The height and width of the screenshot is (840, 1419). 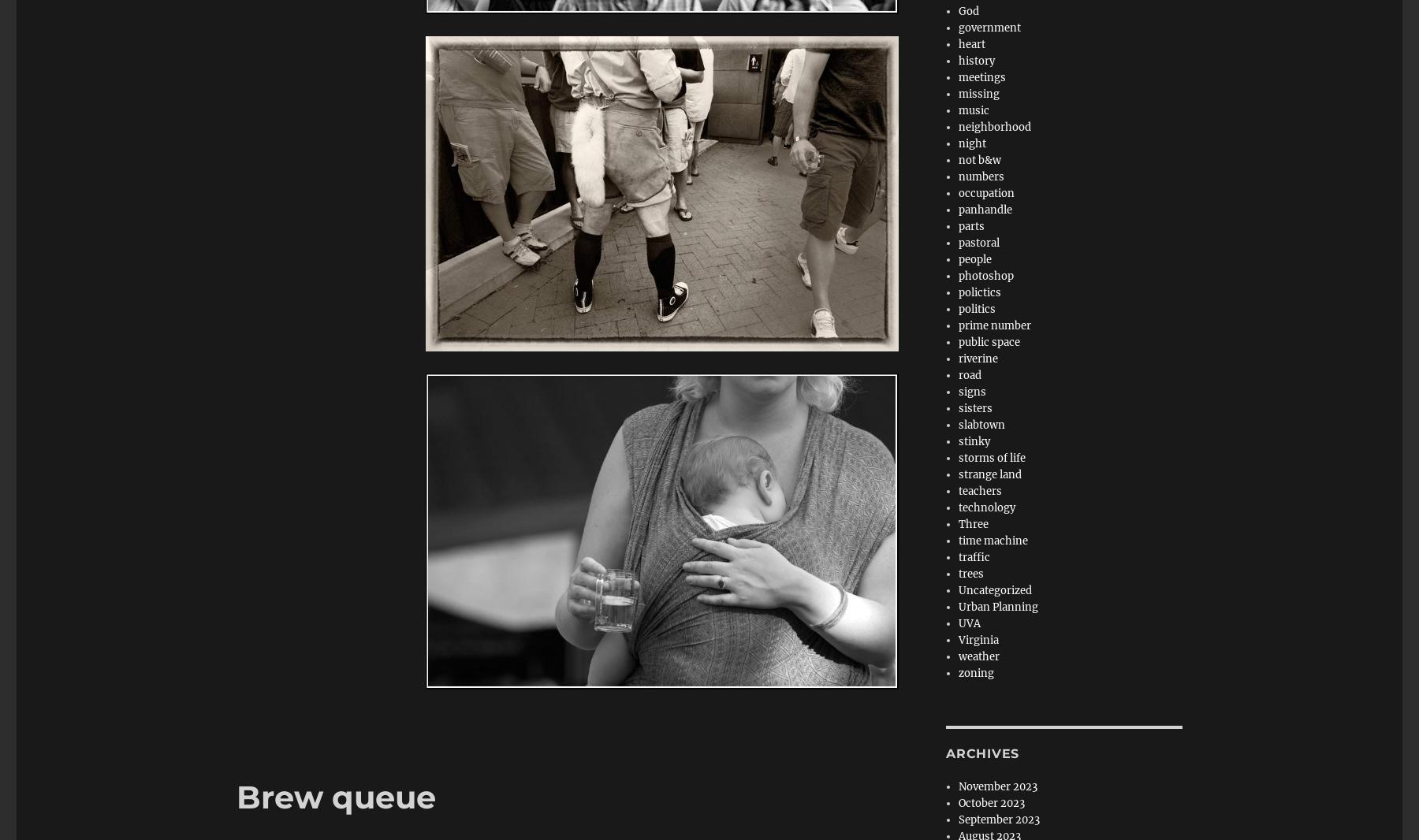 What do you see at coordinates (987, 507) in the screenshot?
I see `'technology'` at bounding box center [987, 507].